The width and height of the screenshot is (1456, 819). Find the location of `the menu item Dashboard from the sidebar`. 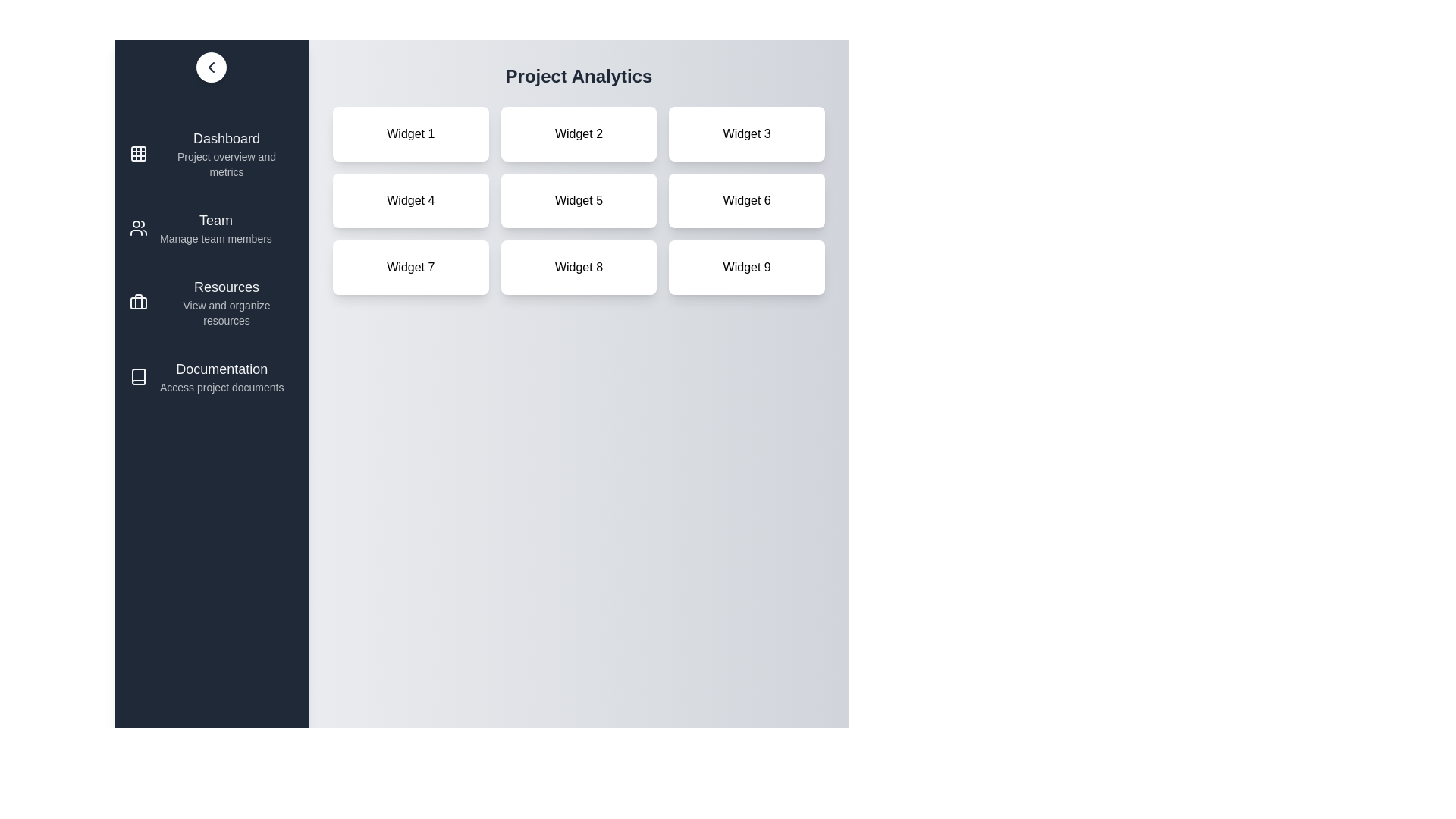

the menu item Dashboard from the sidebar is located at coordinates (210, 154).